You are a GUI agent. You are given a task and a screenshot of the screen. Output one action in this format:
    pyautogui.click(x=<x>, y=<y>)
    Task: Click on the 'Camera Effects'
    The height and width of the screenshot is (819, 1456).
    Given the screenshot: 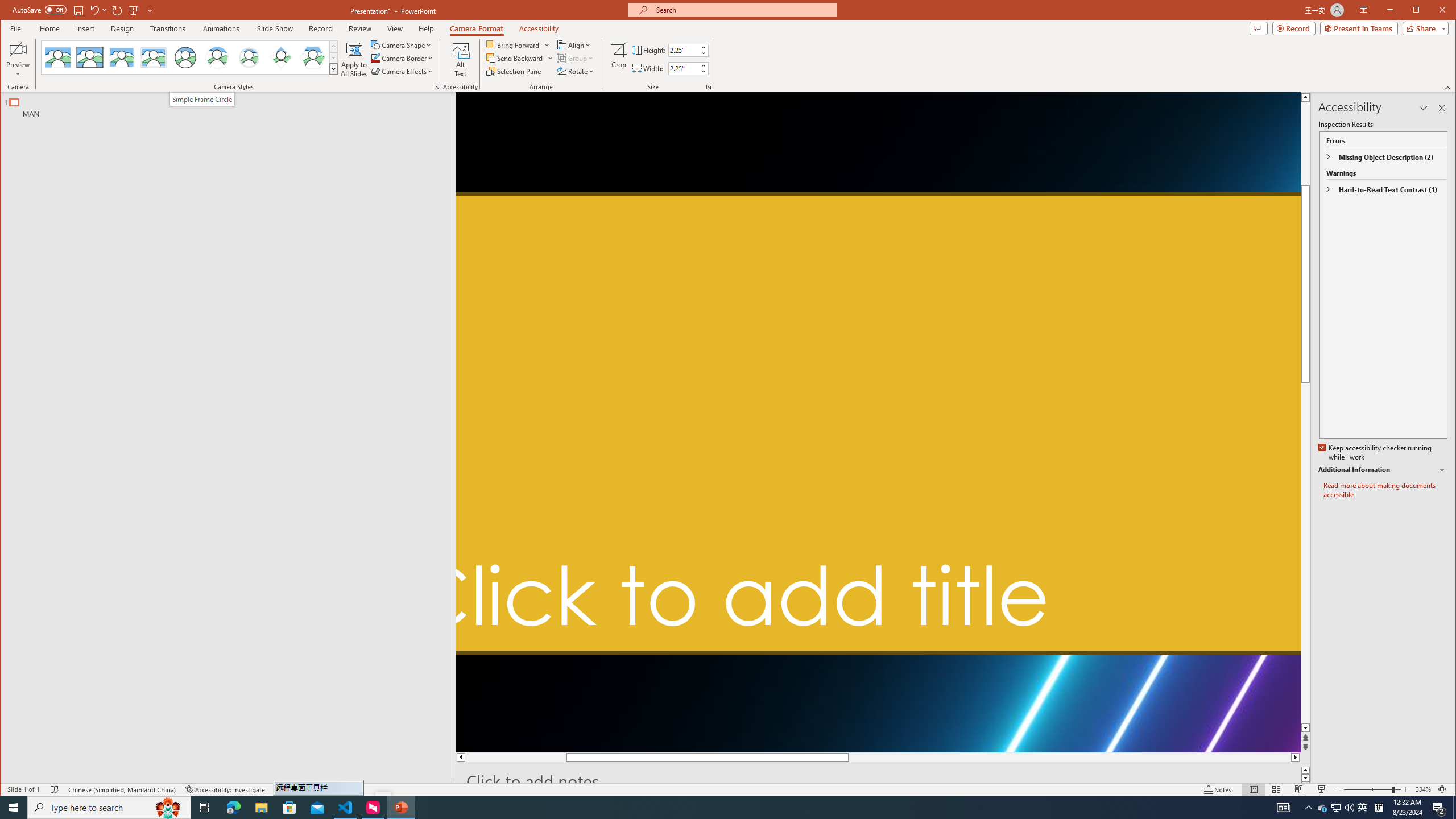 What is the action you would take?
    pyautogui.click(x=403, y=71)
    